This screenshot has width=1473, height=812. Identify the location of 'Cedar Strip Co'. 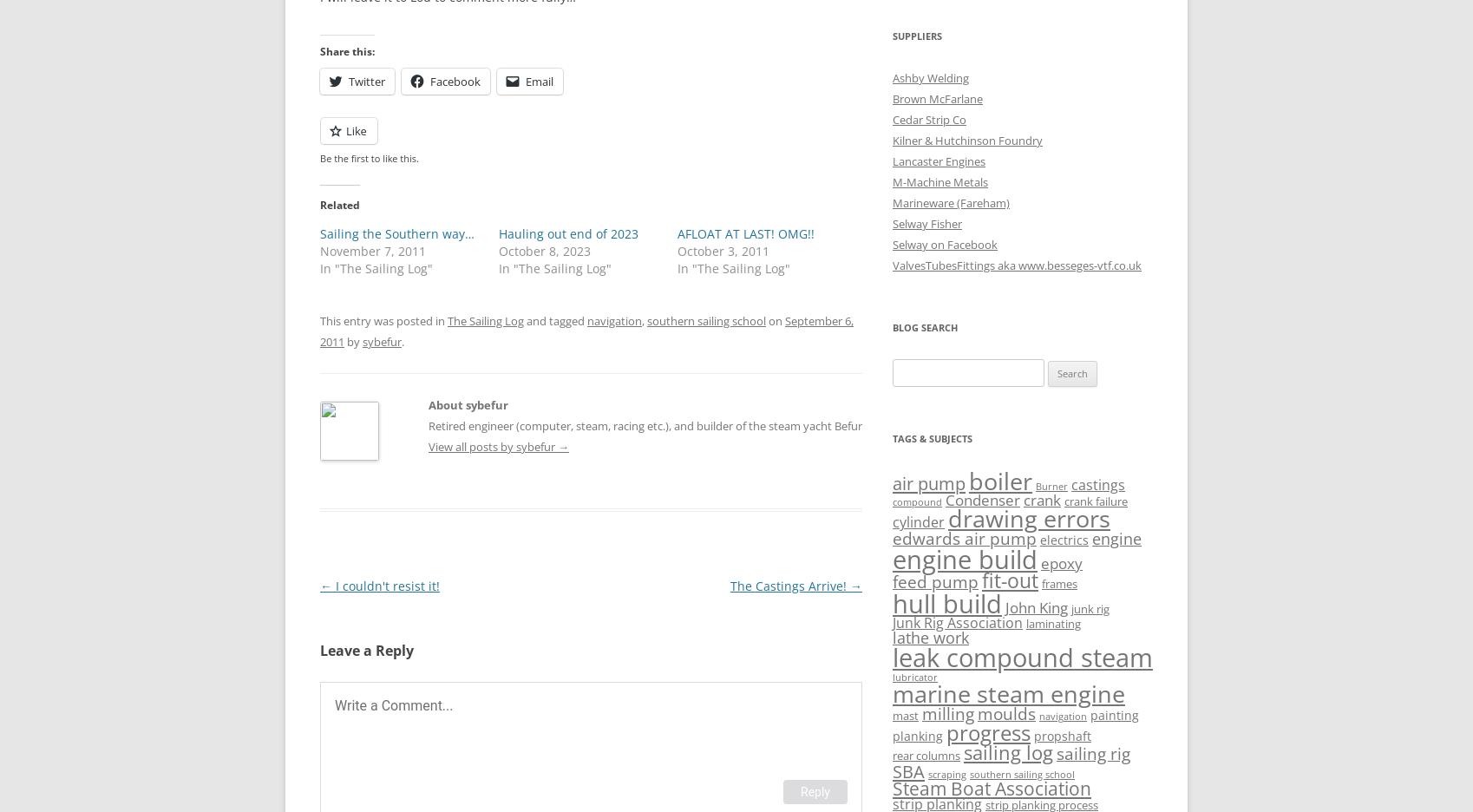
(929, 119).